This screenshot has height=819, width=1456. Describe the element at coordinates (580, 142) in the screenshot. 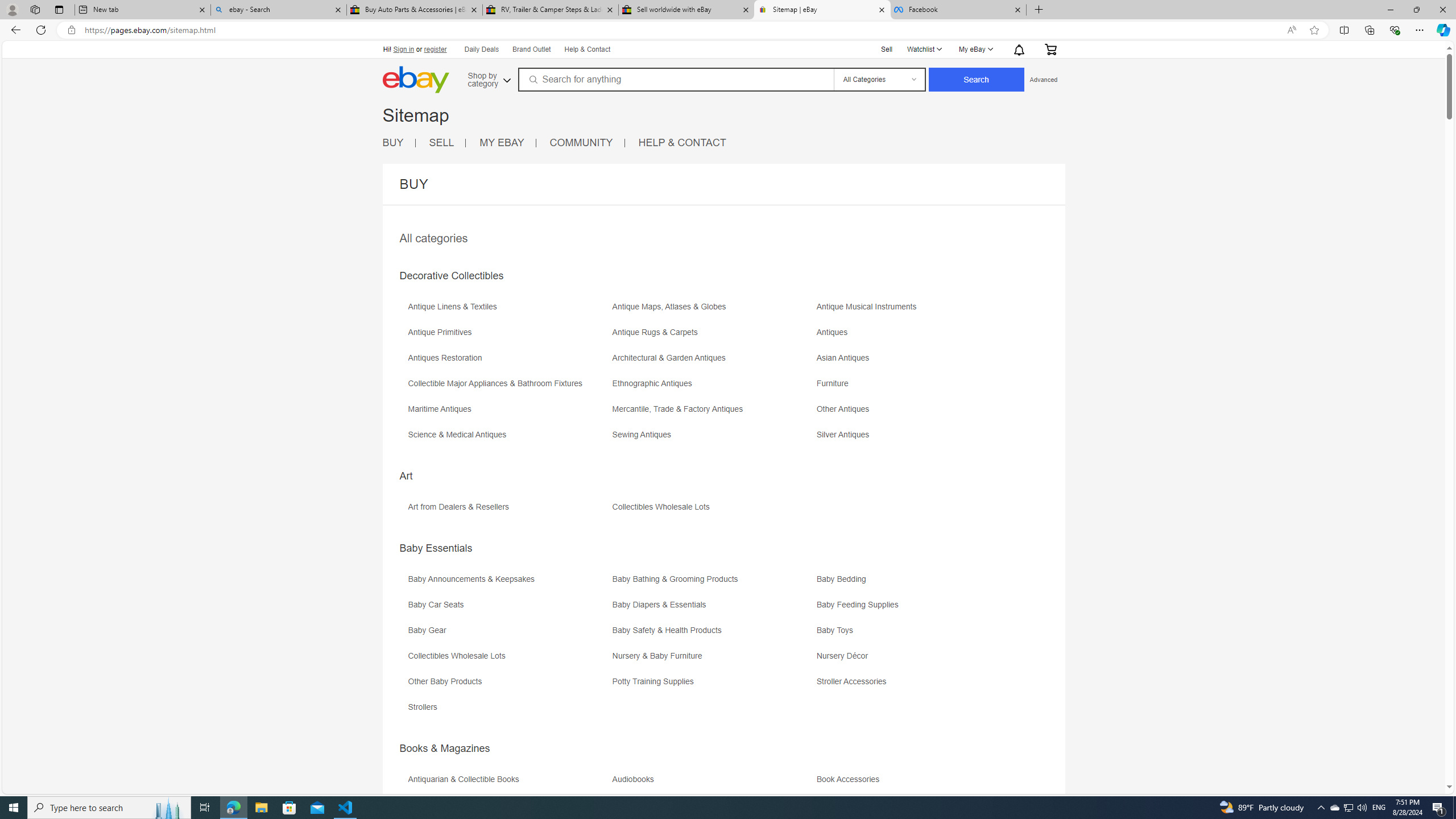

I see `'COMMUNITY'` at that location.